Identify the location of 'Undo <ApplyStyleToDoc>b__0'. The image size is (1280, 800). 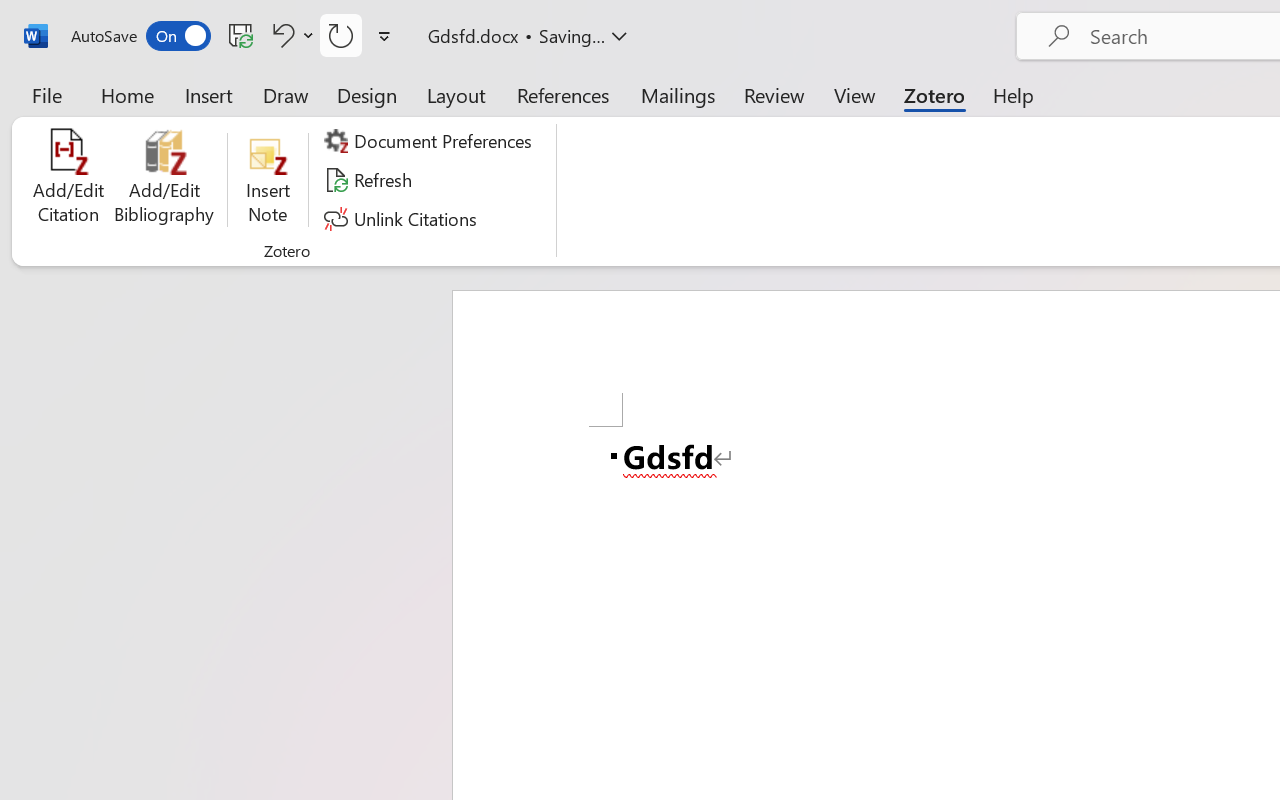
(289, 34).